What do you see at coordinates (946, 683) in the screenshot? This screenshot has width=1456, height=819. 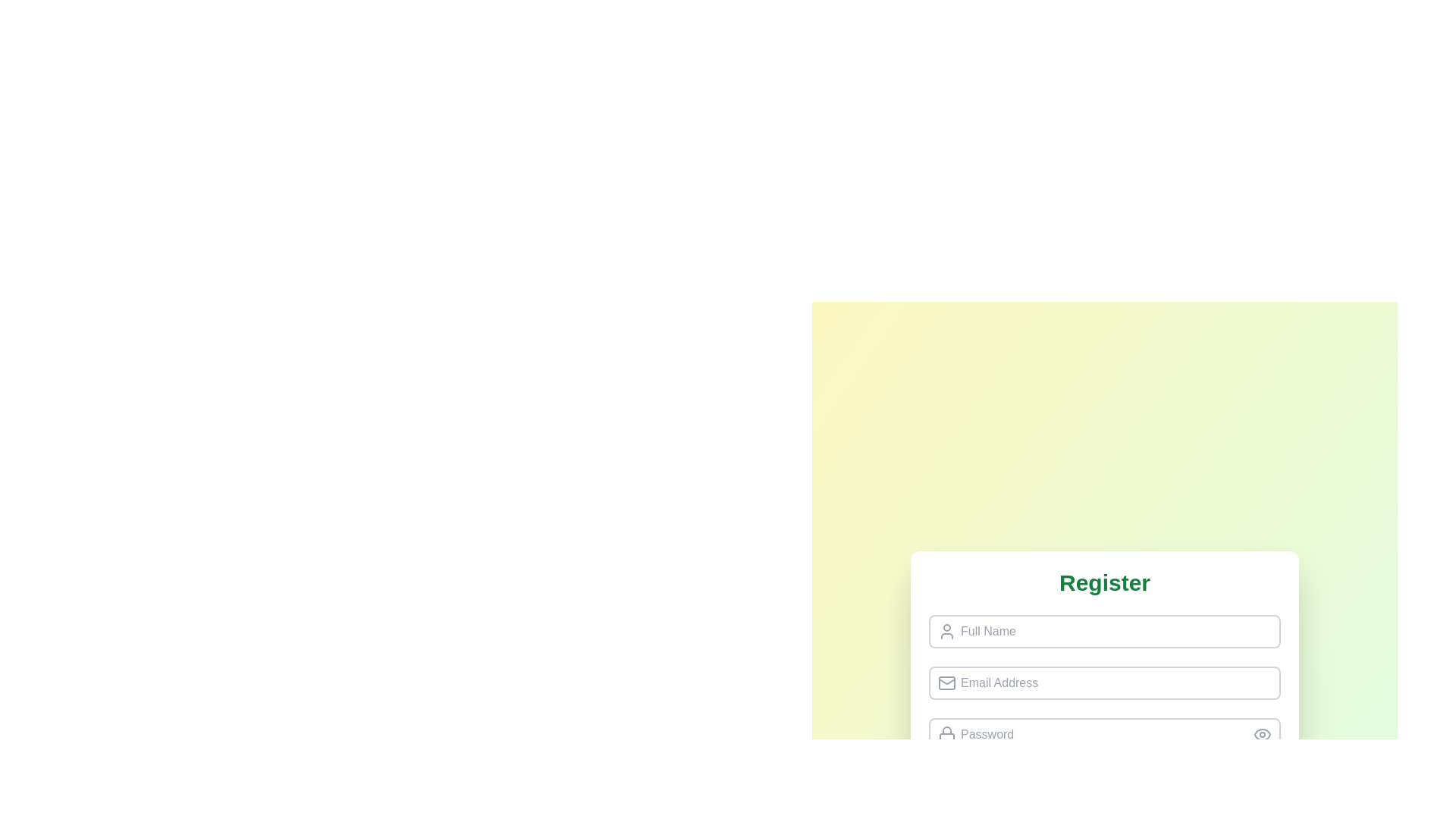 I see `the small rectangular shape with rounded corners that is part of the mail icon in the user registration form, located near the left side of the 'Email Address' input field` at bounding box center [946, 683].